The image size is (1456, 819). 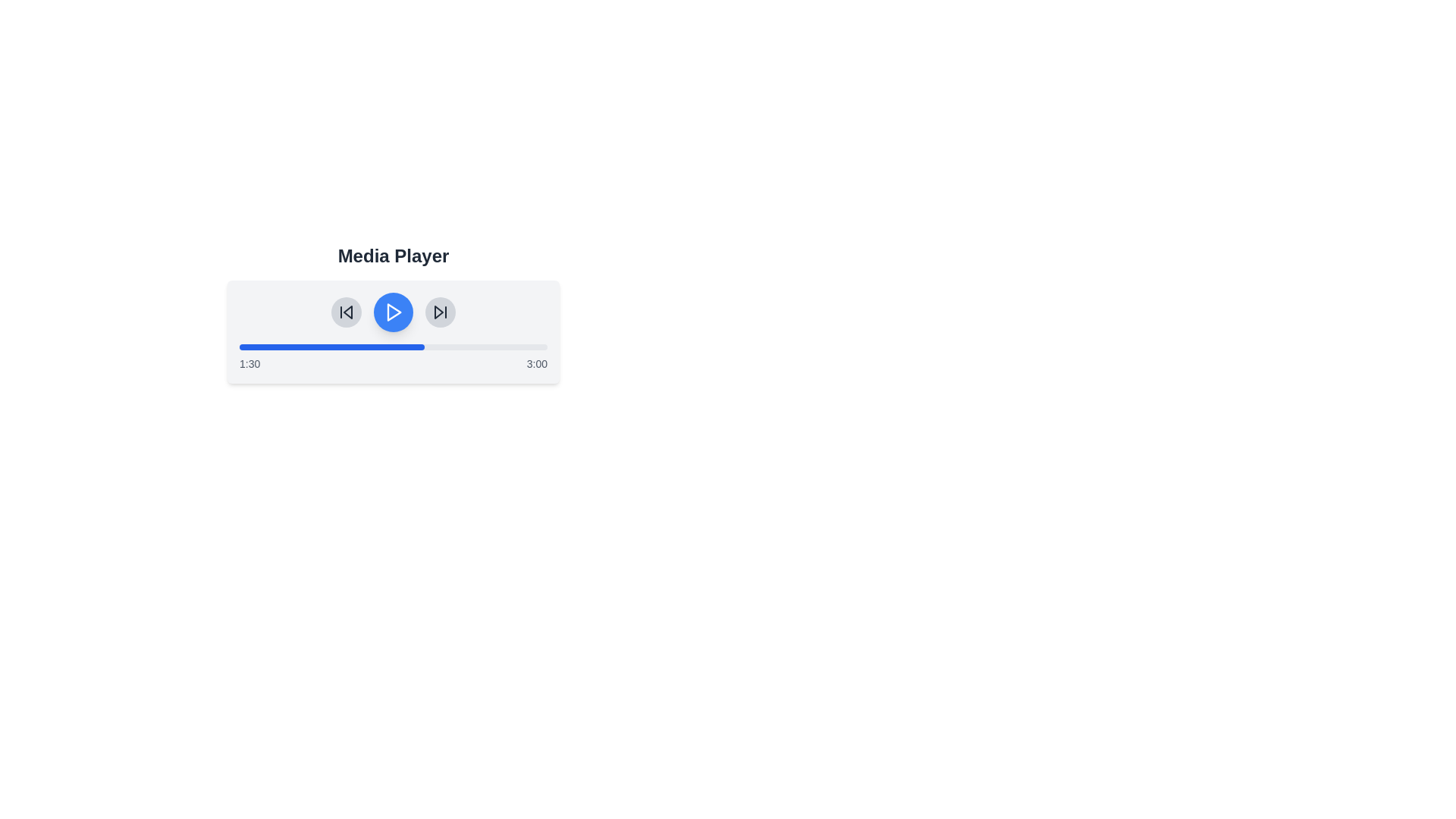 What do you see at coordinates (393, 312) in the screenshot?
I see `the circular 'Play' icon with a blue background in the center of the media player interface to trigger additional visual effects` at bounding box center [393, 312].